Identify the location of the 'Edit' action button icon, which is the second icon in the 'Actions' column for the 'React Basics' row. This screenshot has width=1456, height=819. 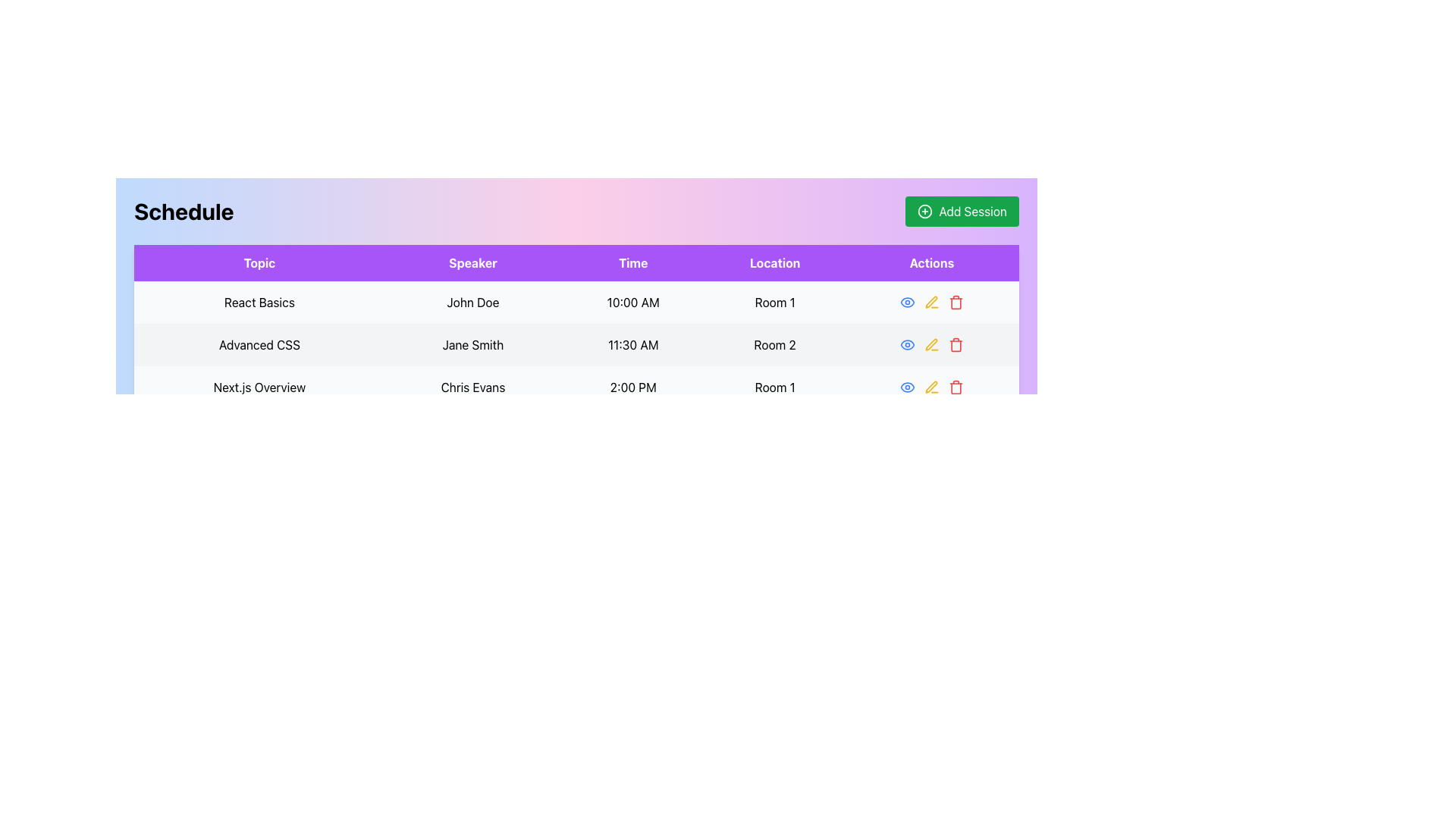
(930, 302).